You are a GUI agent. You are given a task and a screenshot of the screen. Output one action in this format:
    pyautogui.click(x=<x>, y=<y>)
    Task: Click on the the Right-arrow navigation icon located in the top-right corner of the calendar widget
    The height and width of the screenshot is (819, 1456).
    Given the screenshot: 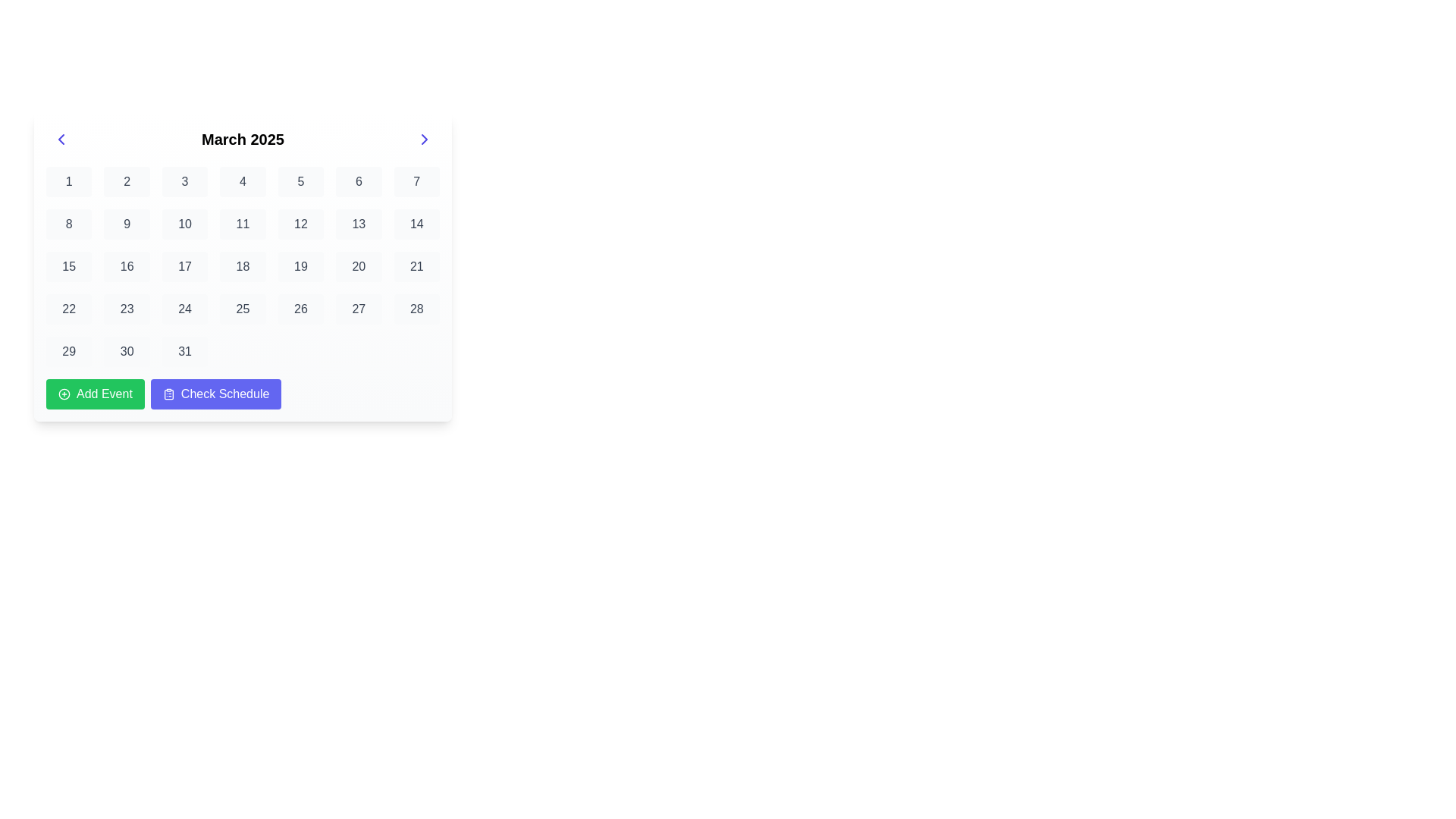 What is the action you would take?
    pyautogui.click(x=425, y=140)
    